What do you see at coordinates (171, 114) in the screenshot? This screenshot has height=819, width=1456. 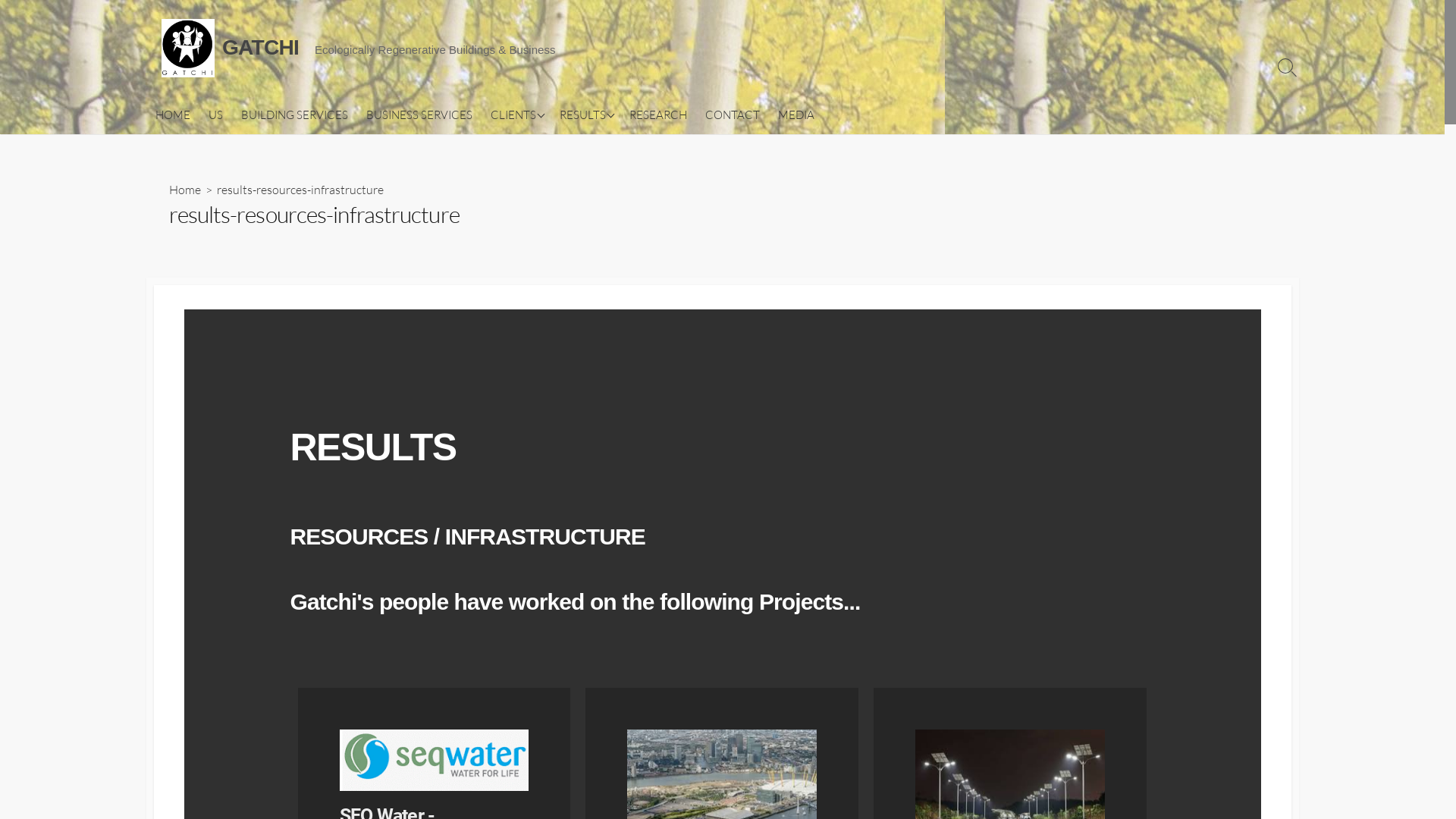 I see `'HOME'` at bounding box center [171, 114].